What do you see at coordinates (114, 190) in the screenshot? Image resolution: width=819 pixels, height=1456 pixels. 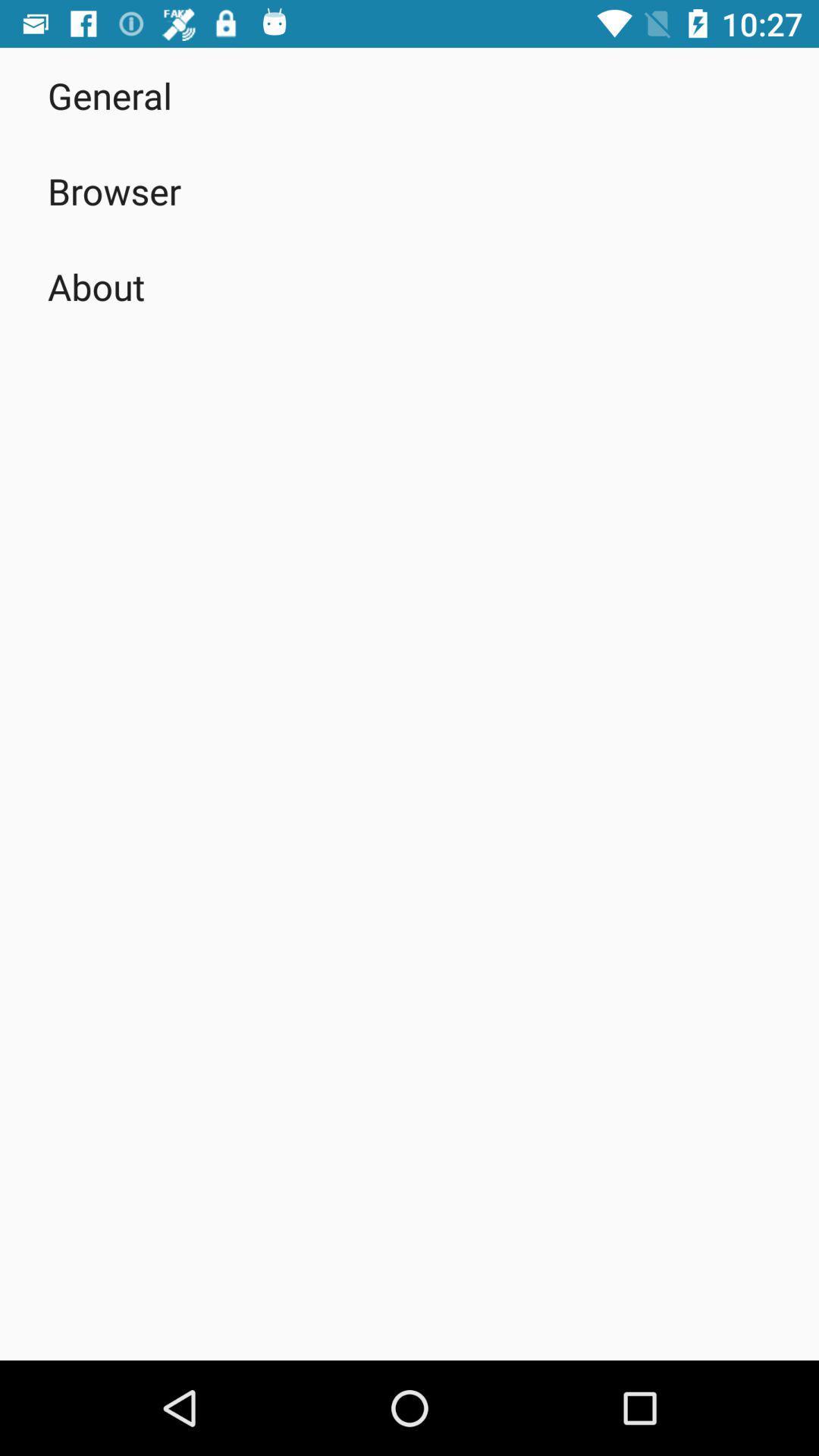 I see `the browser app` at bounding box center [114, 190].